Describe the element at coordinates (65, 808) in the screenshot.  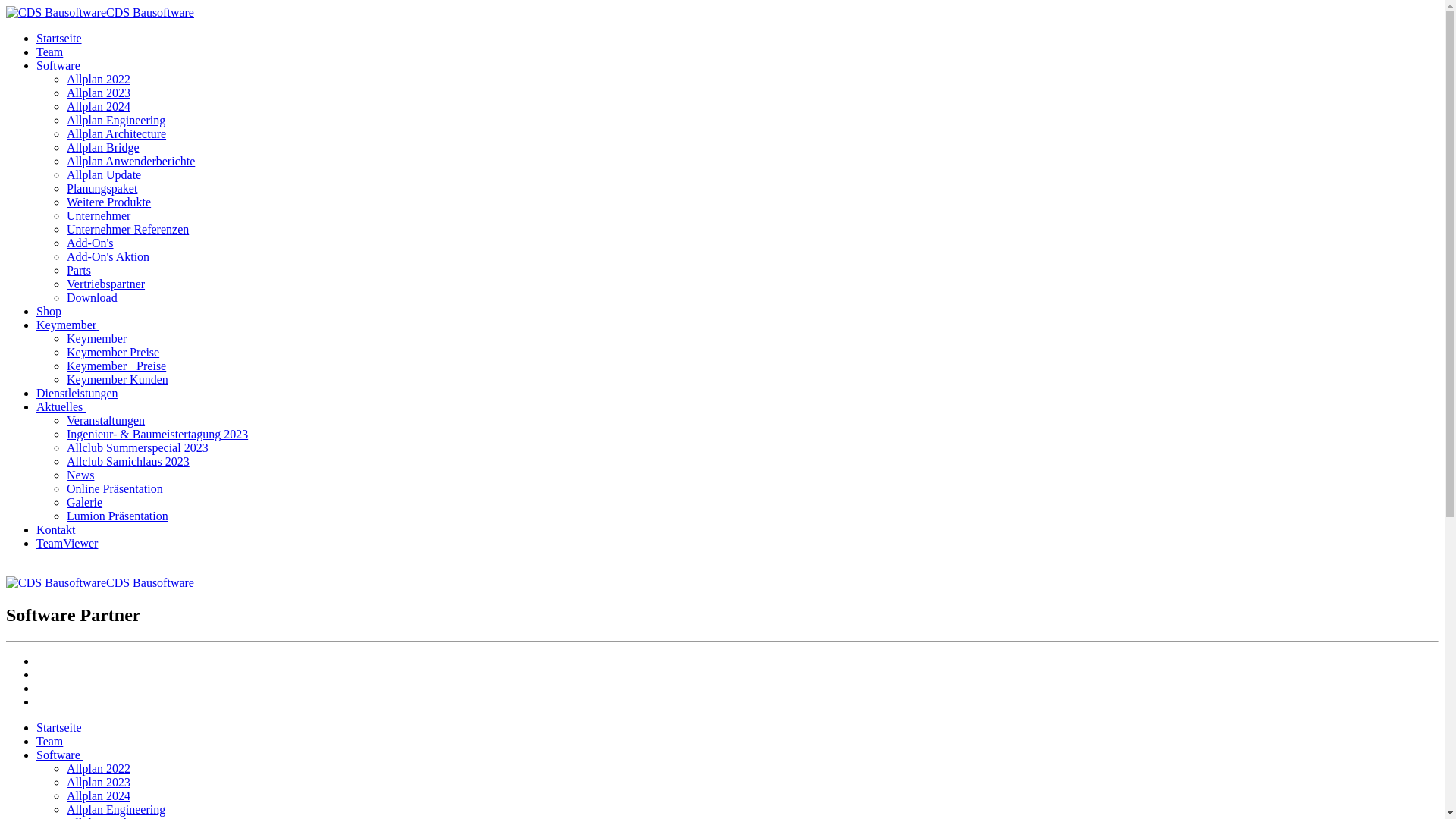
I see `'Allplan Engineering'` at that location.